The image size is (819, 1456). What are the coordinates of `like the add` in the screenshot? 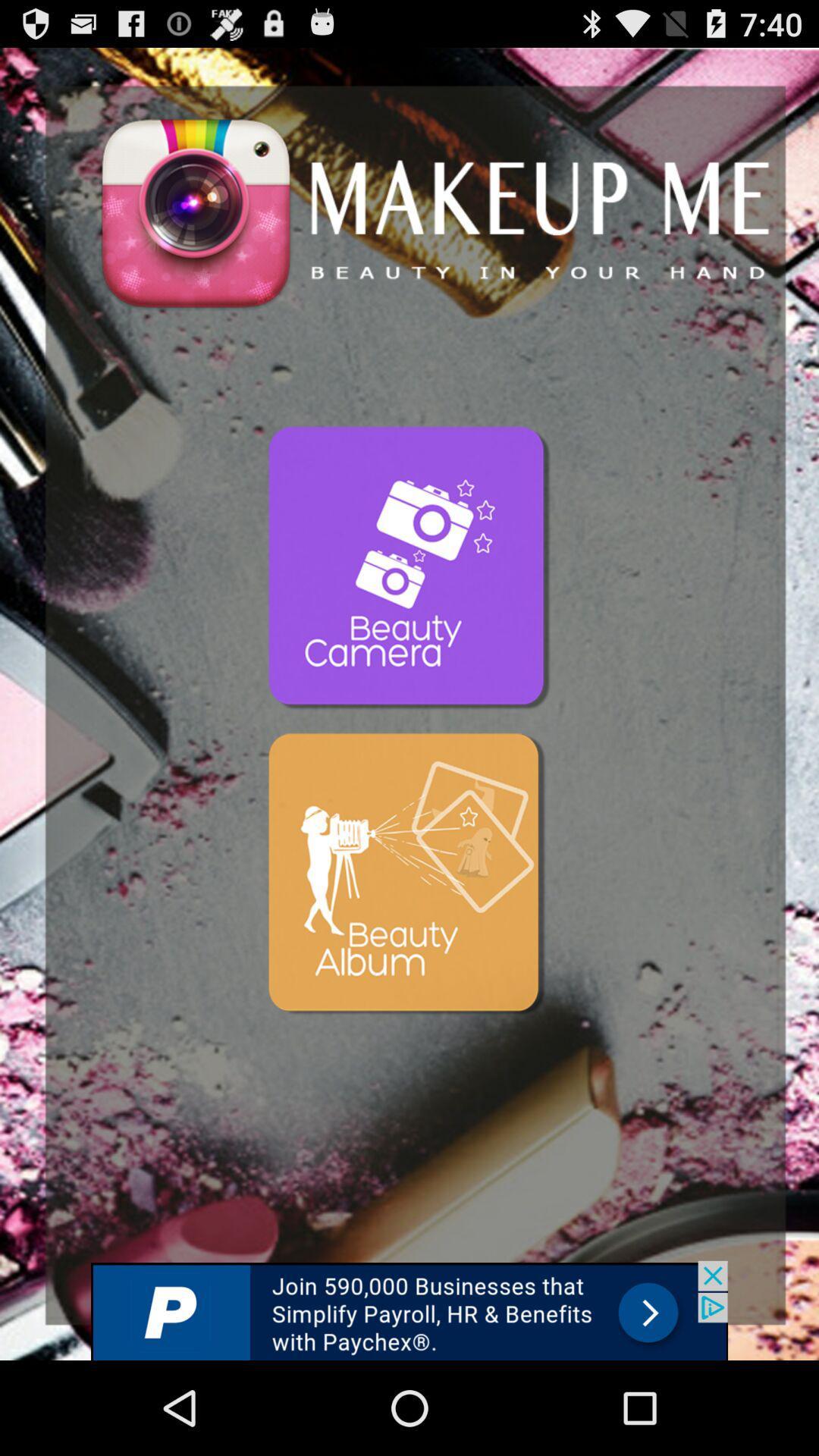 It's located at (409, 1310).